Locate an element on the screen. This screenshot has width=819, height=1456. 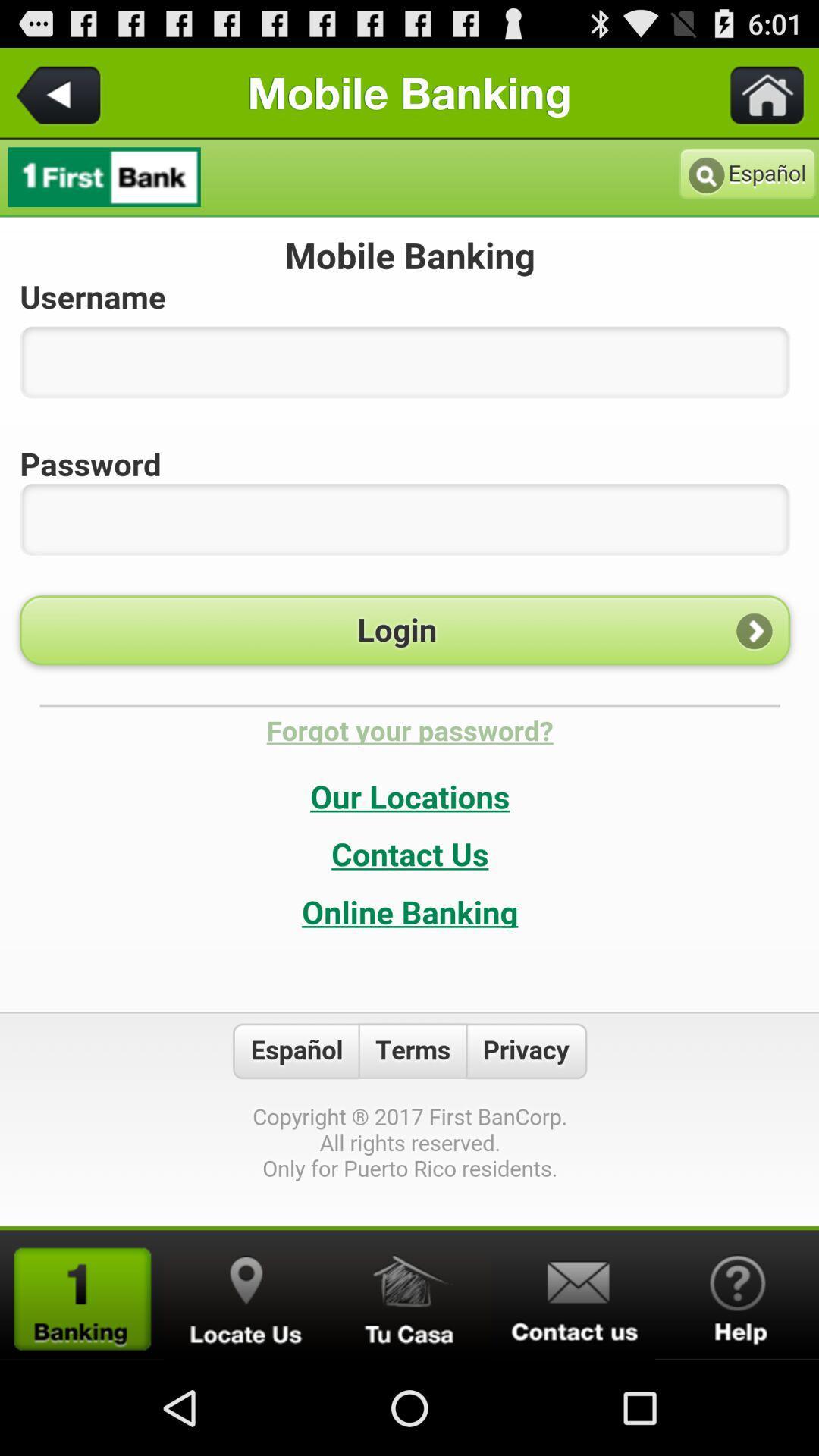
go home is located at coordinates (758, 92).